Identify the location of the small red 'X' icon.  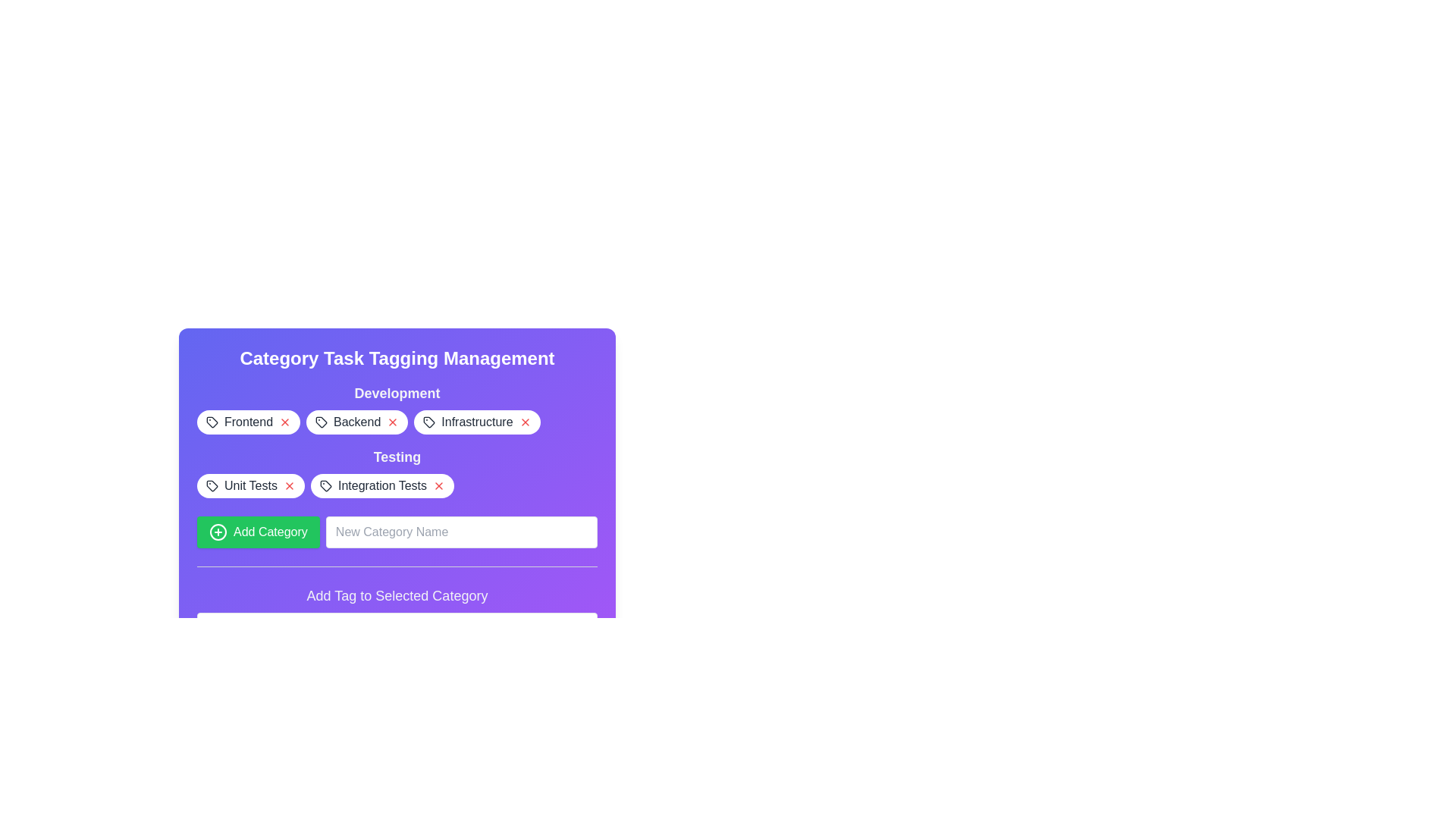
(289, 485).